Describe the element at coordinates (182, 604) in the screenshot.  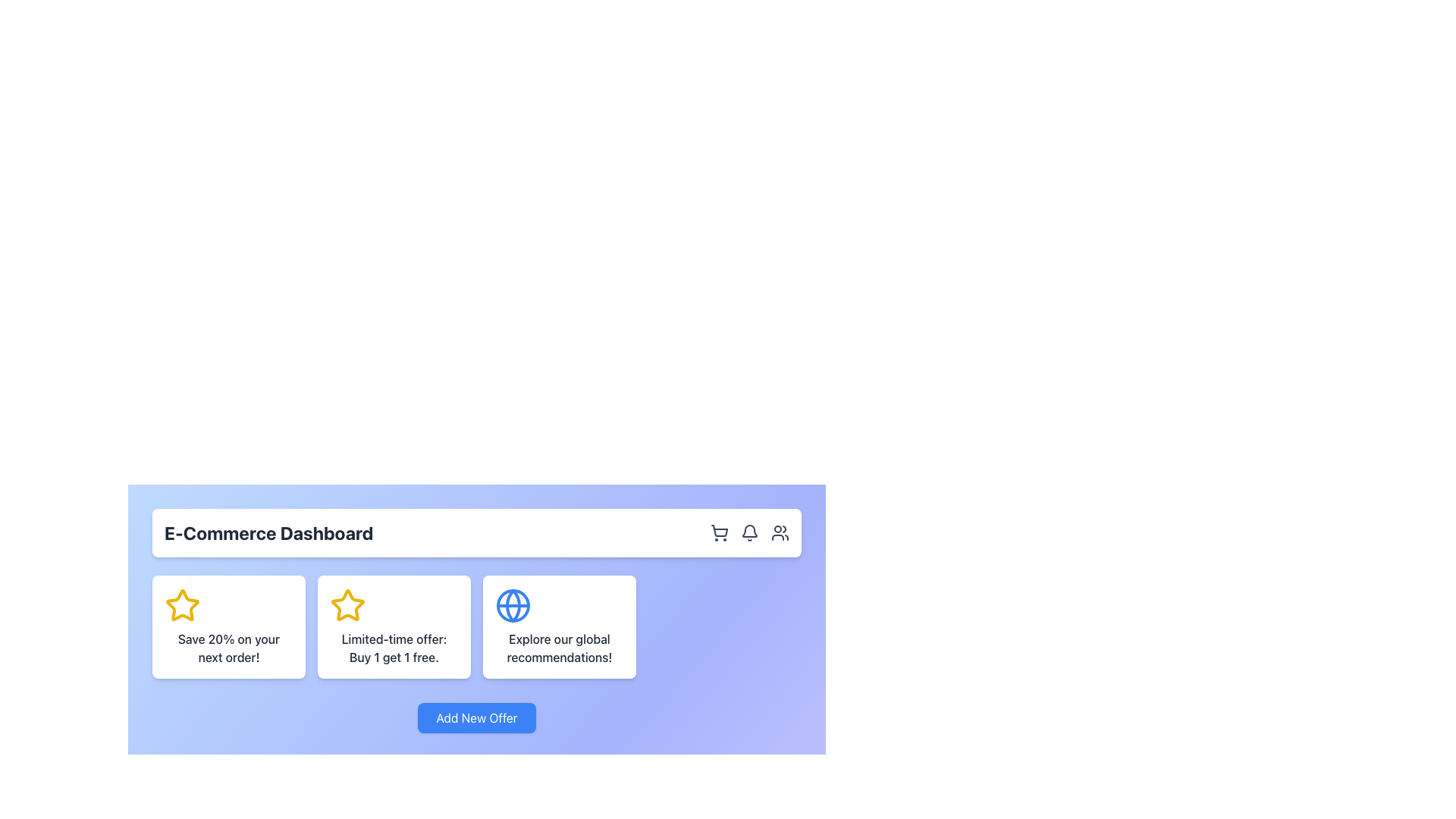
I see `the decorative star icon with a bright yellow fill and white interior, located below the text 'Save 20% on your next order!'` at that location.